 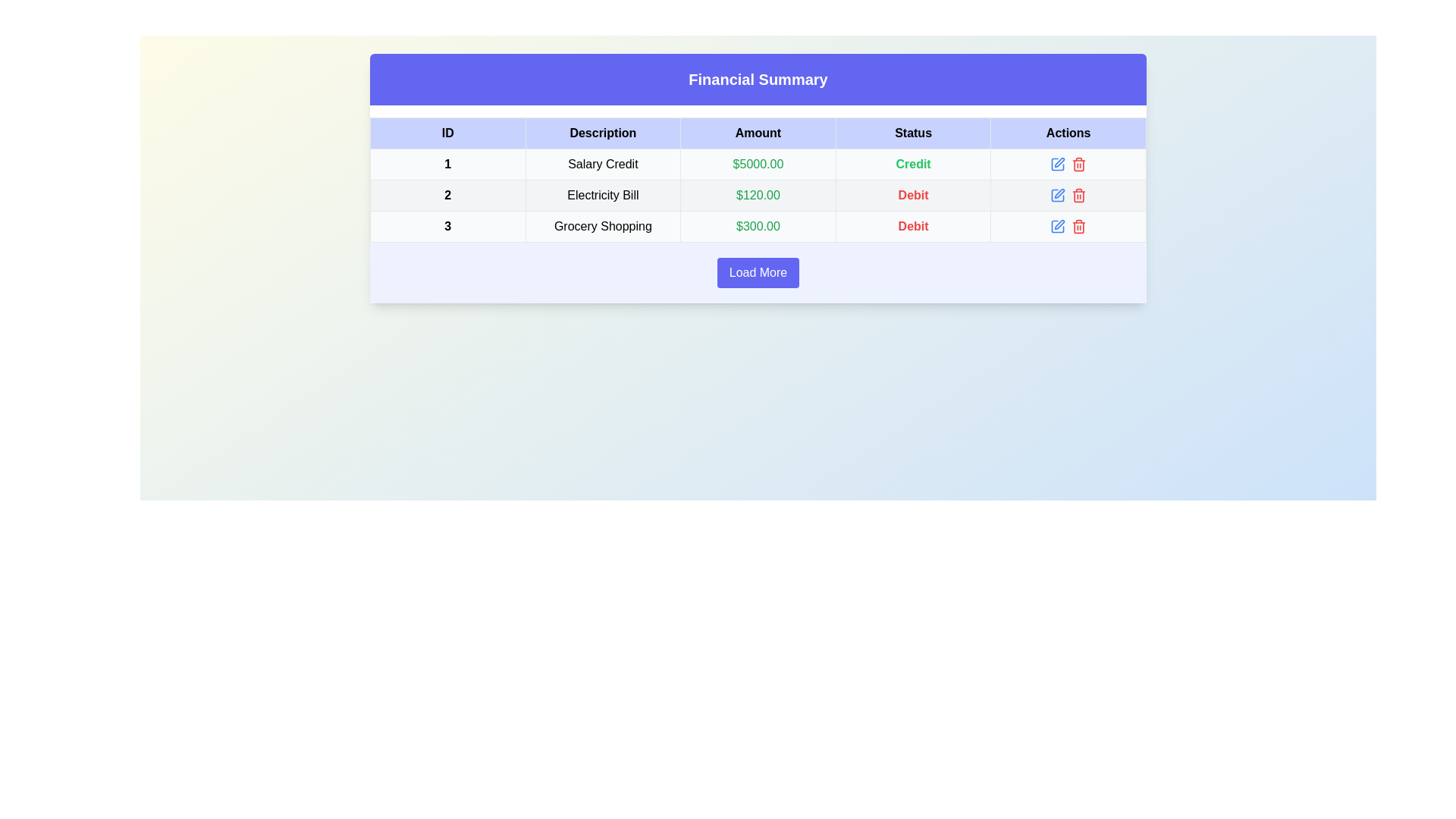 I want to click on the 'Amount' label, which is a rectangular UI component with bold, centered text and a light blue background, positioned between the 'Description' and 'Status' headers in a grid-like table, so click(x=758, y=133).